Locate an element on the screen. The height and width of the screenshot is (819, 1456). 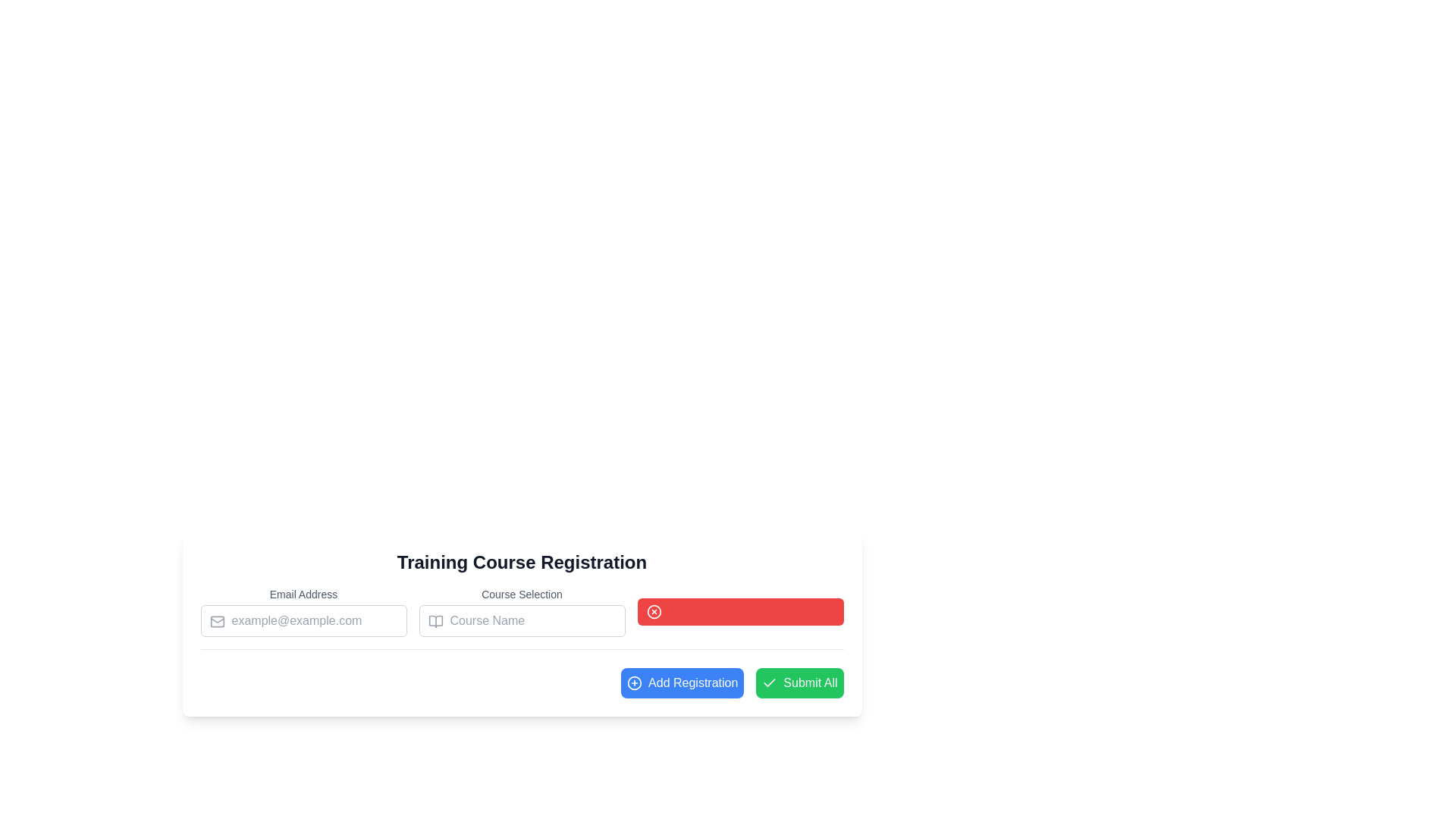
the circular part of the plus icon in the 'Add Registration' button, which visually identifies the button's purpose is located at coordinates (635, 683).